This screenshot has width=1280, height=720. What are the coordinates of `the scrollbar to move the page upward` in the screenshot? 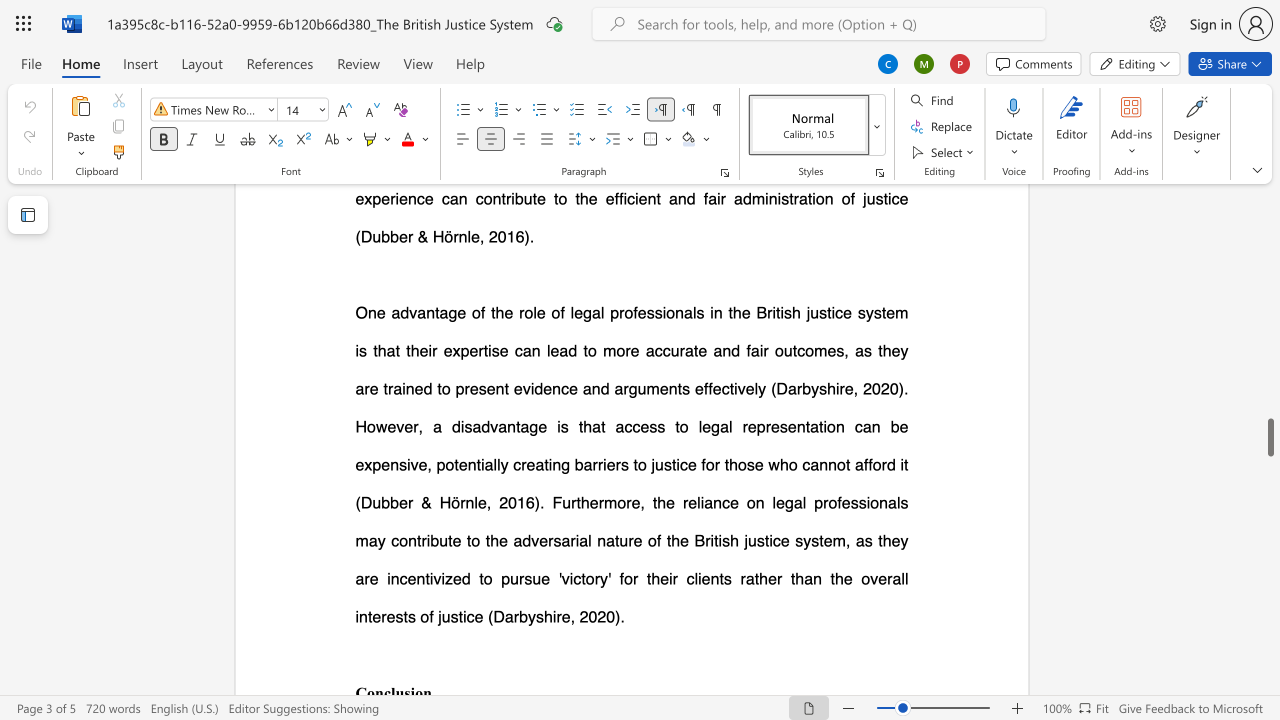 It's located at (1269, 408).